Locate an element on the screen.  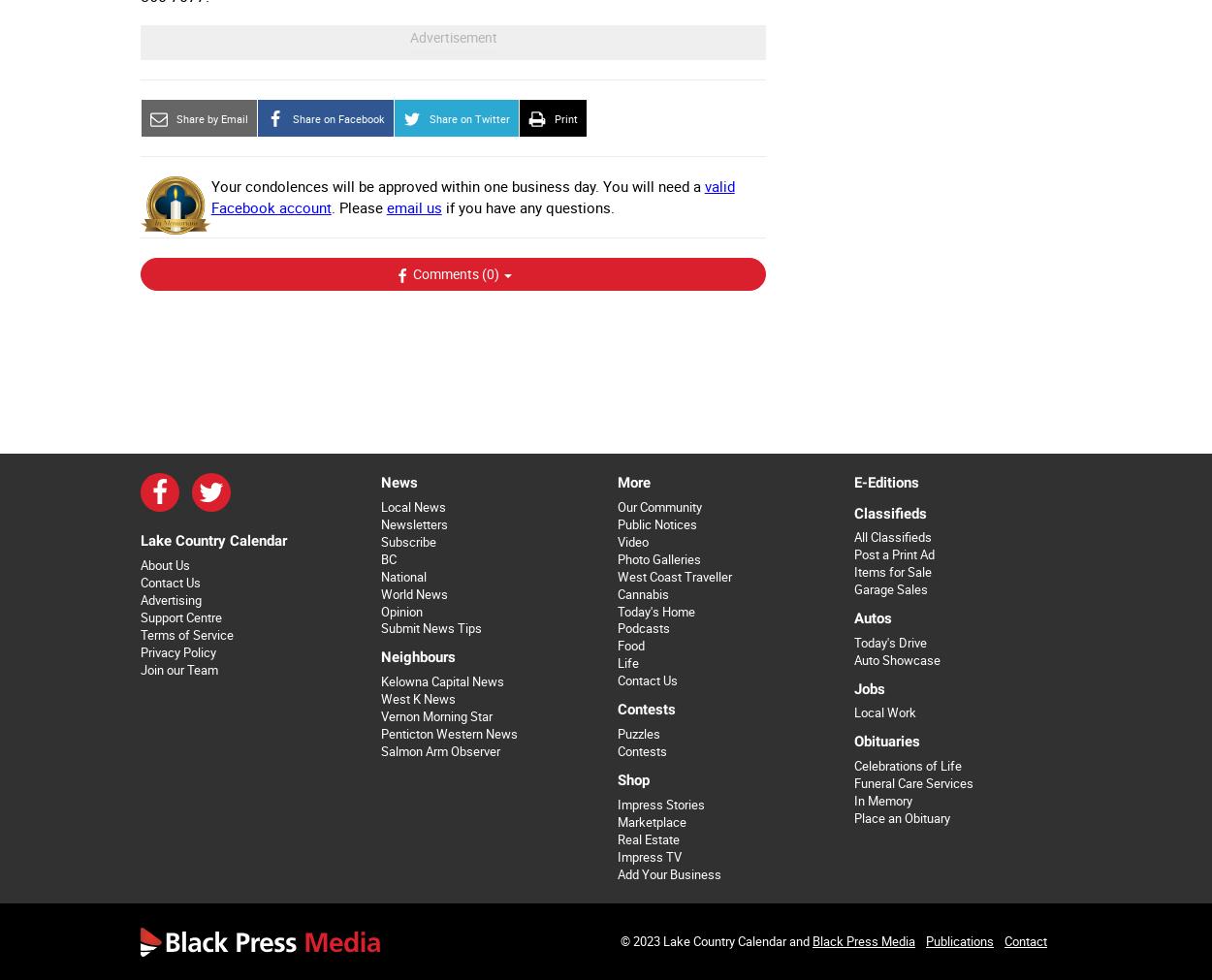
'Kelowna Capital News' is located at coordinates (440, 680).